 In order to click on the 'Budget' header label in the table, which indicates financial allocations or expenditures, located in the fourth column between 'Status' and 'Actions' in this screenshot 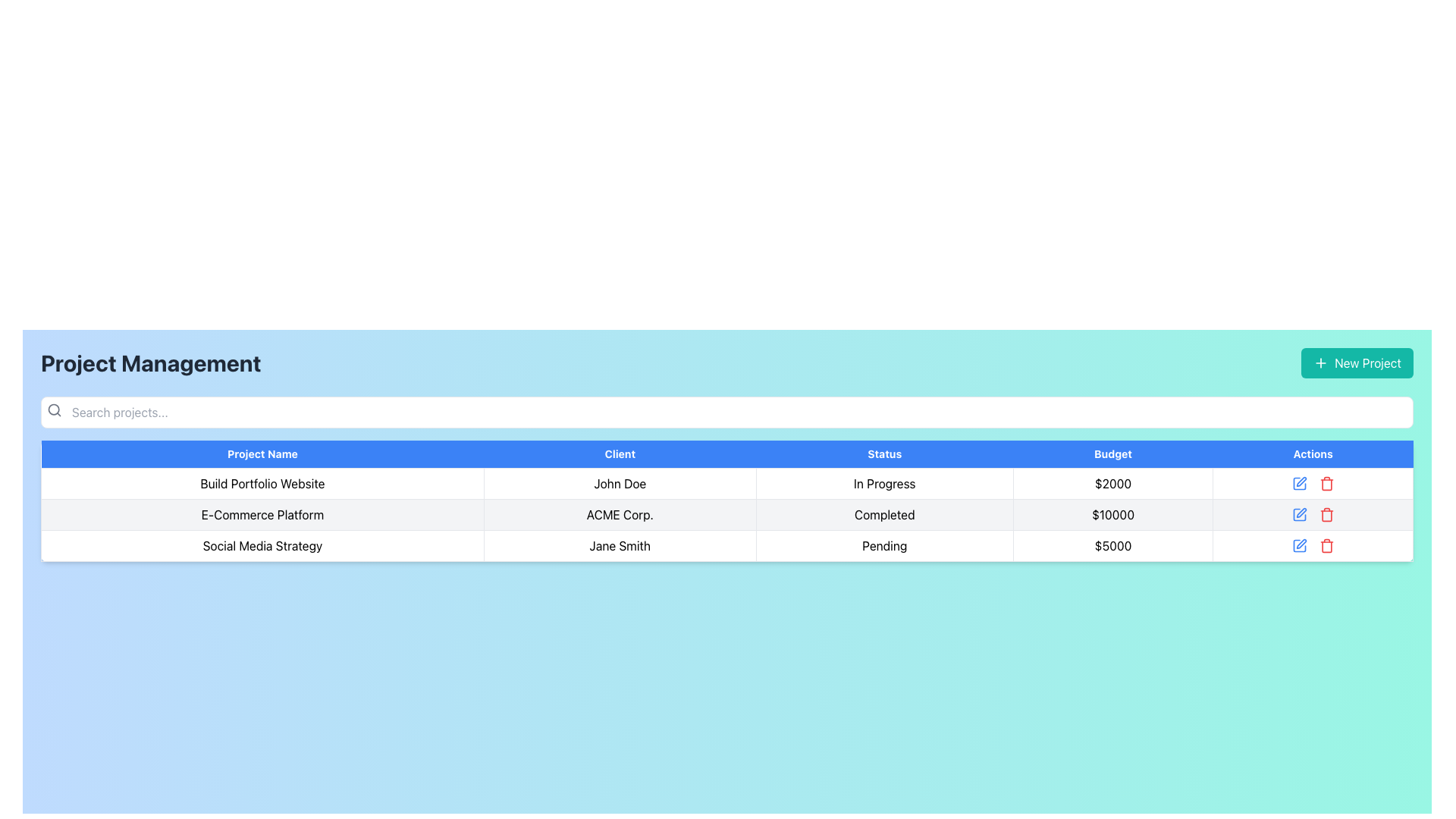, I will do `click(1113, 453)`.